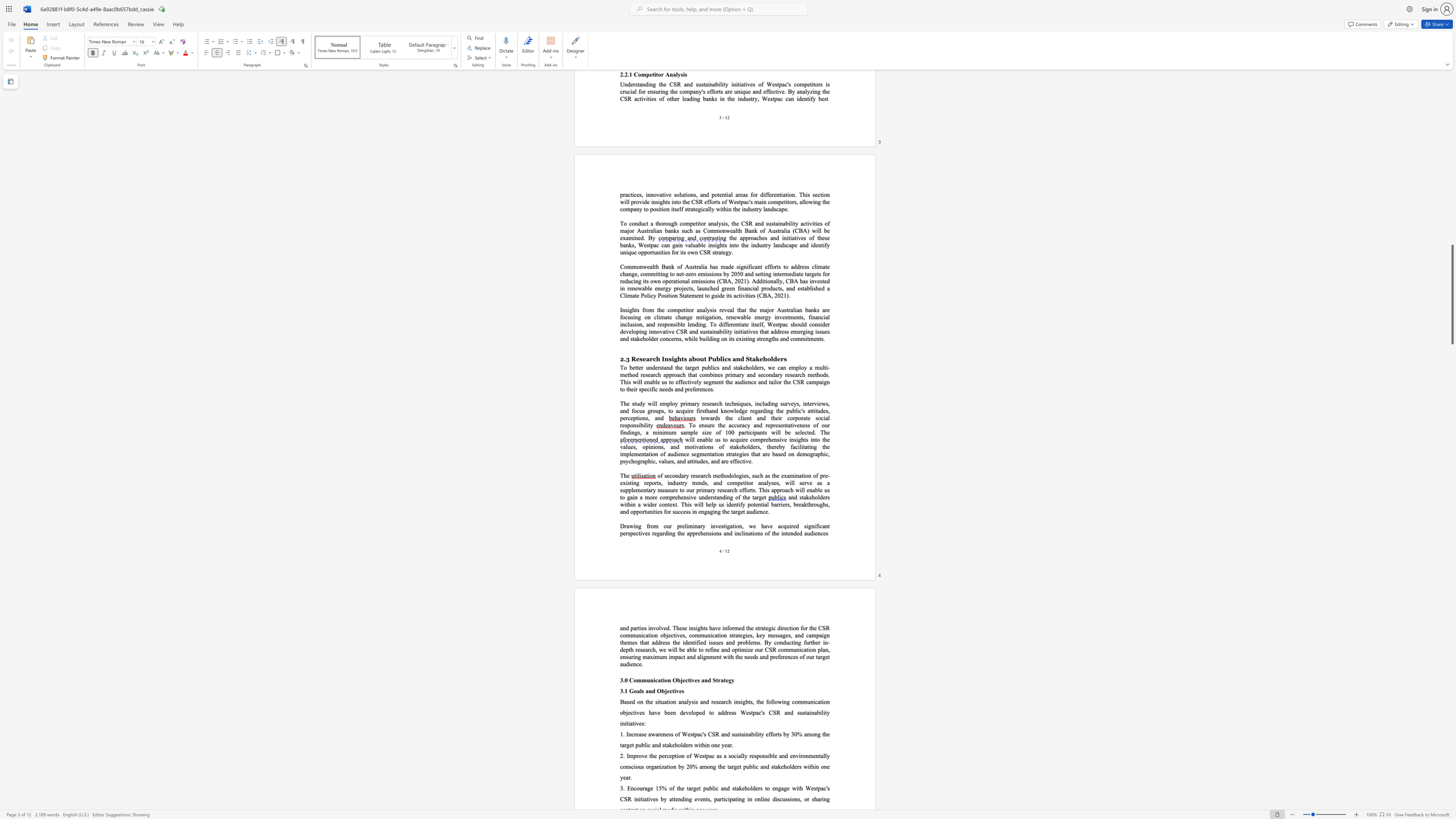 Image resolution: width=1456 pixels, height=819 pixels. Describe the element at coordinates (826, 496) in the screenshot. I see `the subset text "s within a wid" within the text "and stakeholders within a wider context. This will help us"` at that location.